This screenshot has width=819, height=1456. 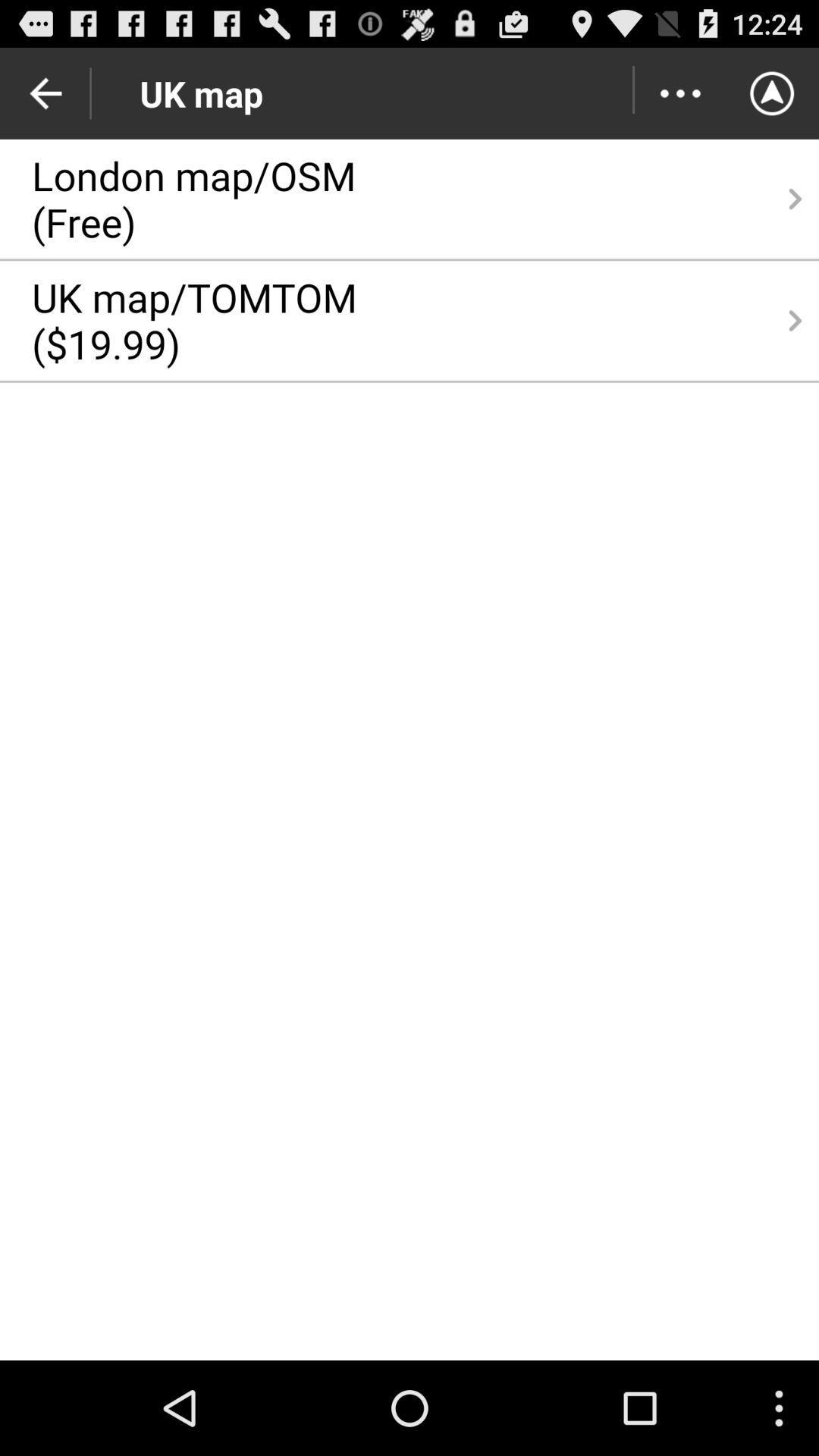 I want to click on the app above london map osm, so click(x=679, y=93).